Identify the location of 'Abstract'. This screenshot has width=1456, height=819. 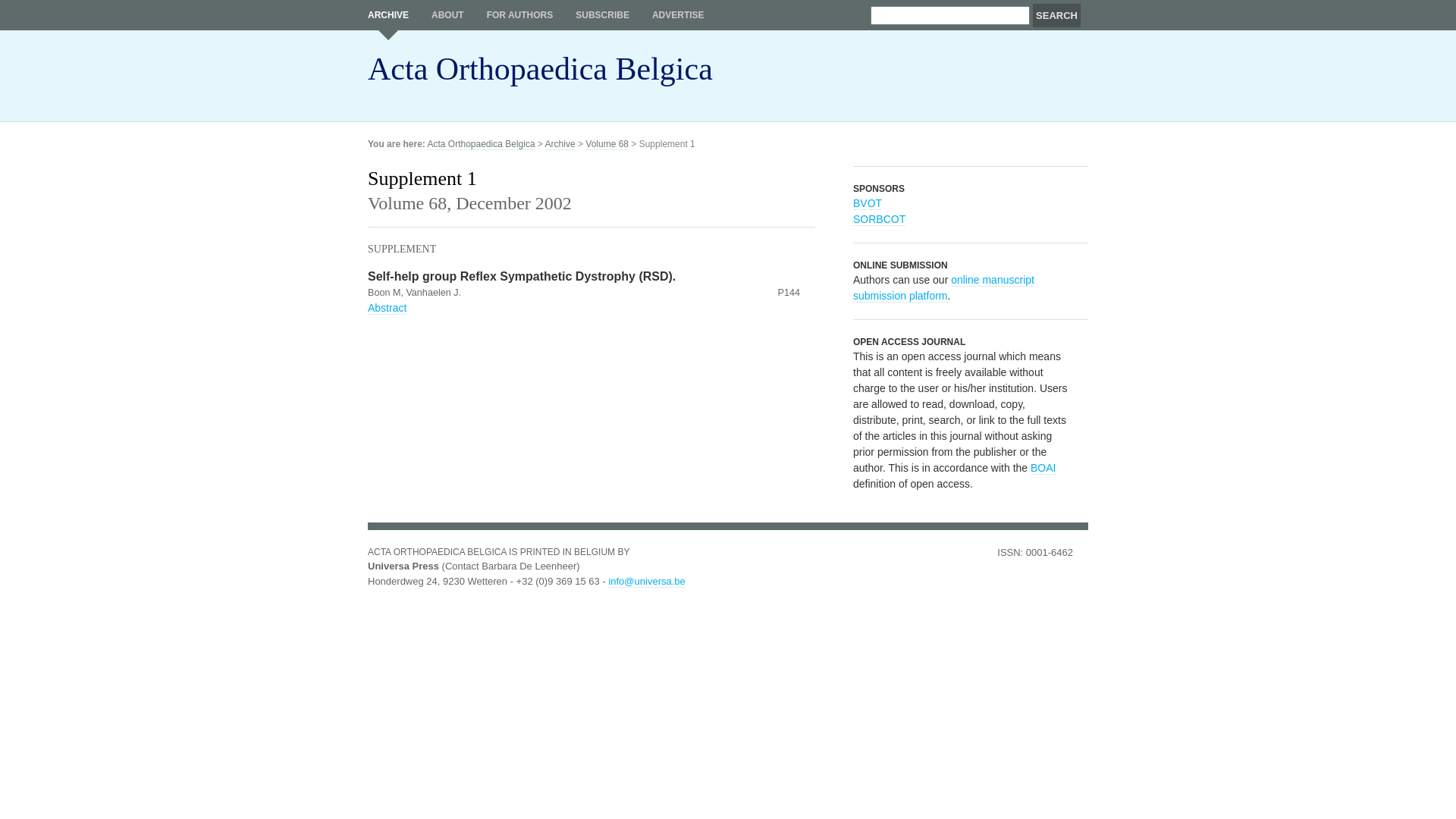
(387, 307).